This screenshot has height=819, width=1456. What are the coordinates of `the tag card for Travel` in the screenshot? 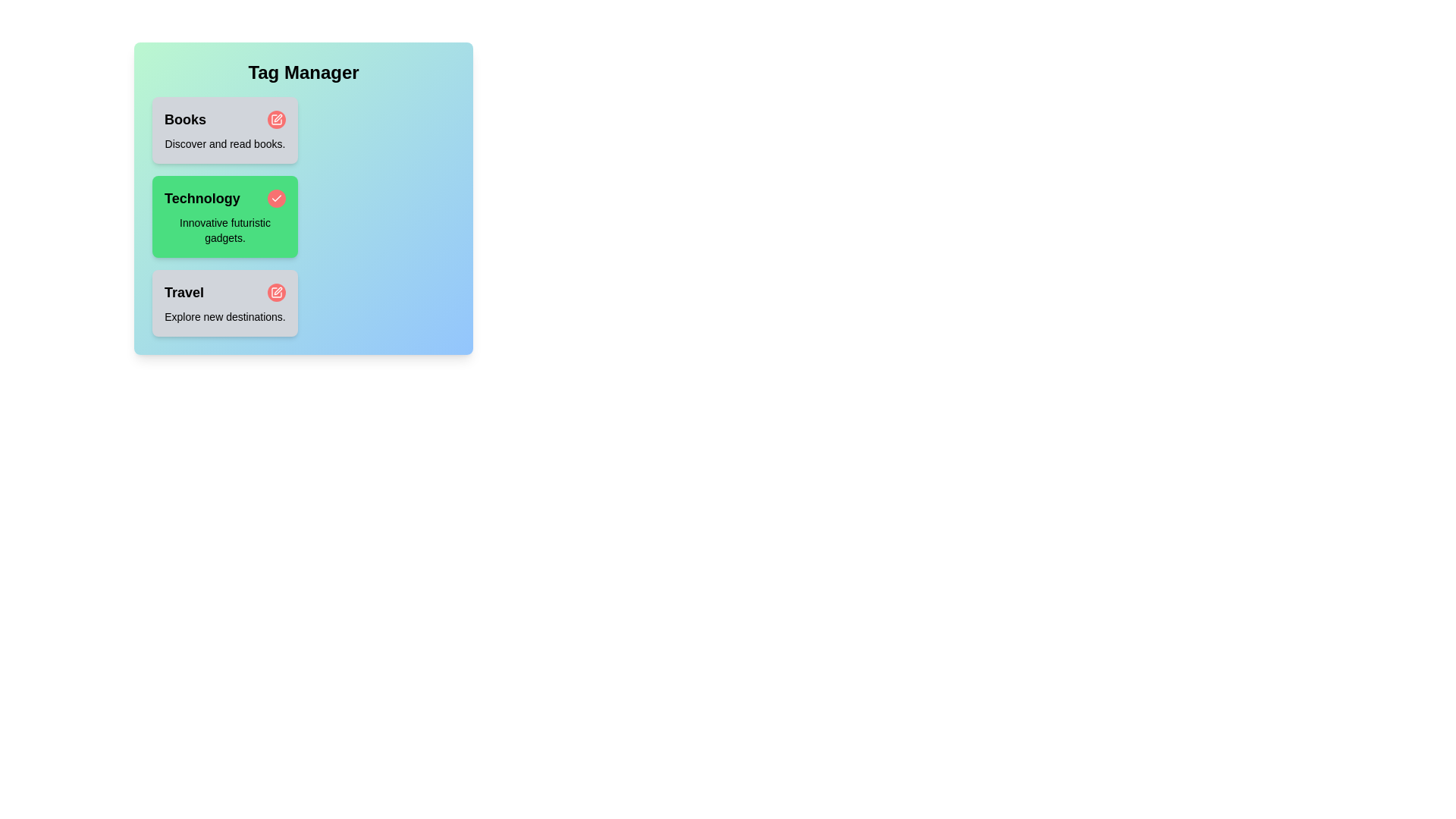 It's located at (224, 303).